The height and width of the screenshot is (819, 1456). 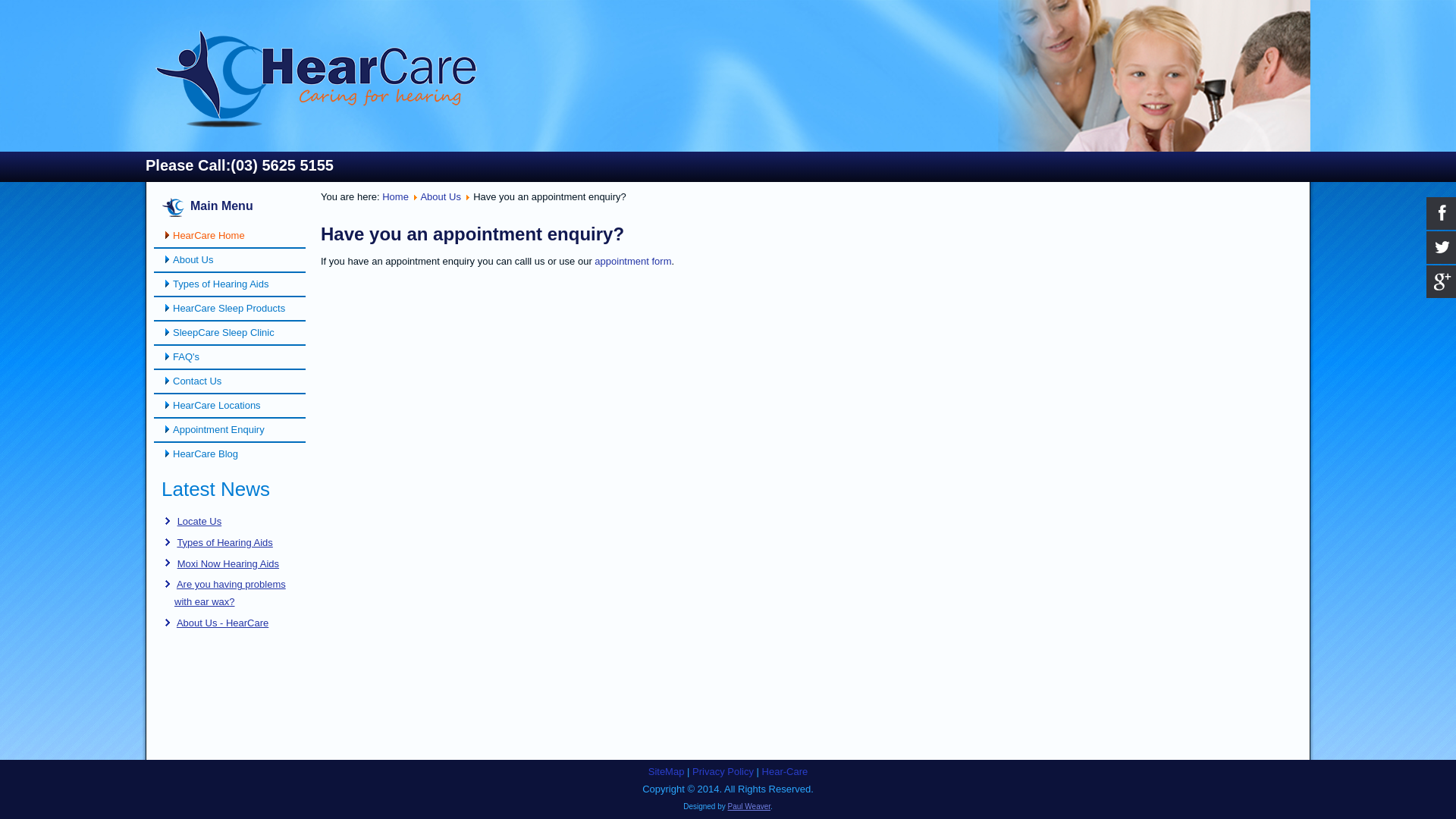 What do you see at coordinates (382, 196) in the screenshot?
I see `'Home'` at bounding box center [382, 196].